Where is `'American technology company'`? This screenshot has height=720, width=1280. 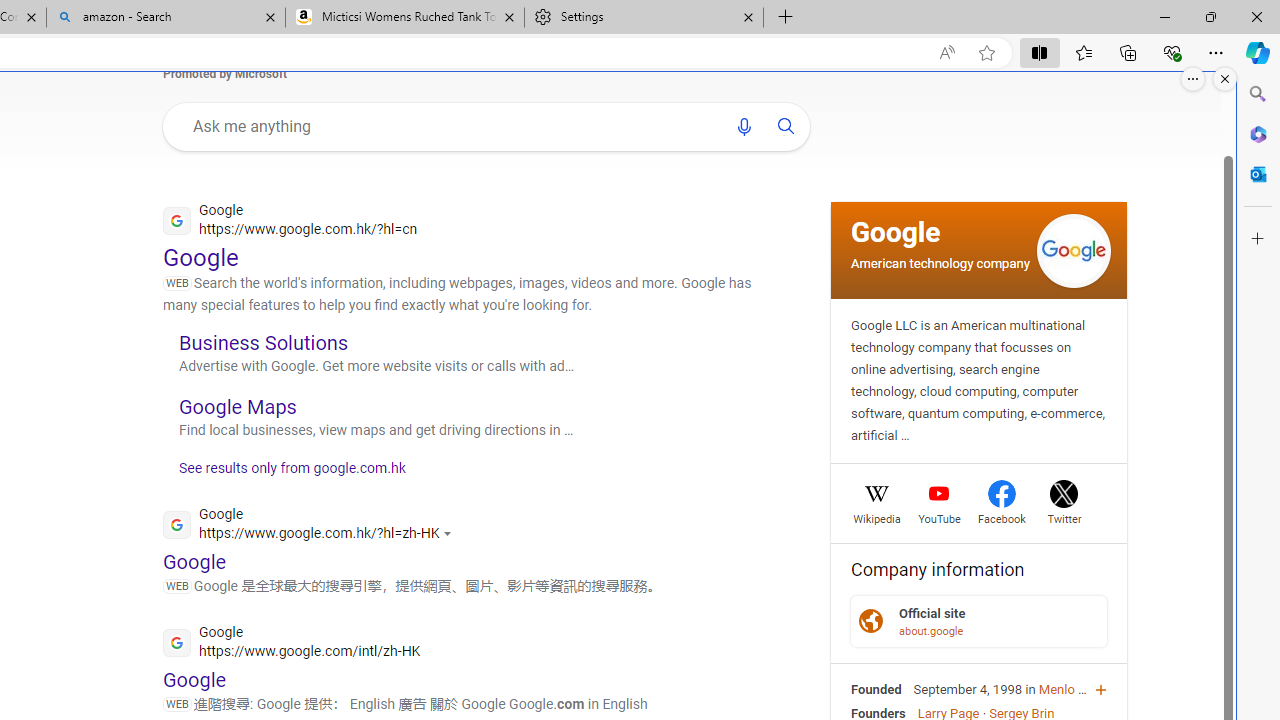
'American technology company' is located at coordinates (939, 261).